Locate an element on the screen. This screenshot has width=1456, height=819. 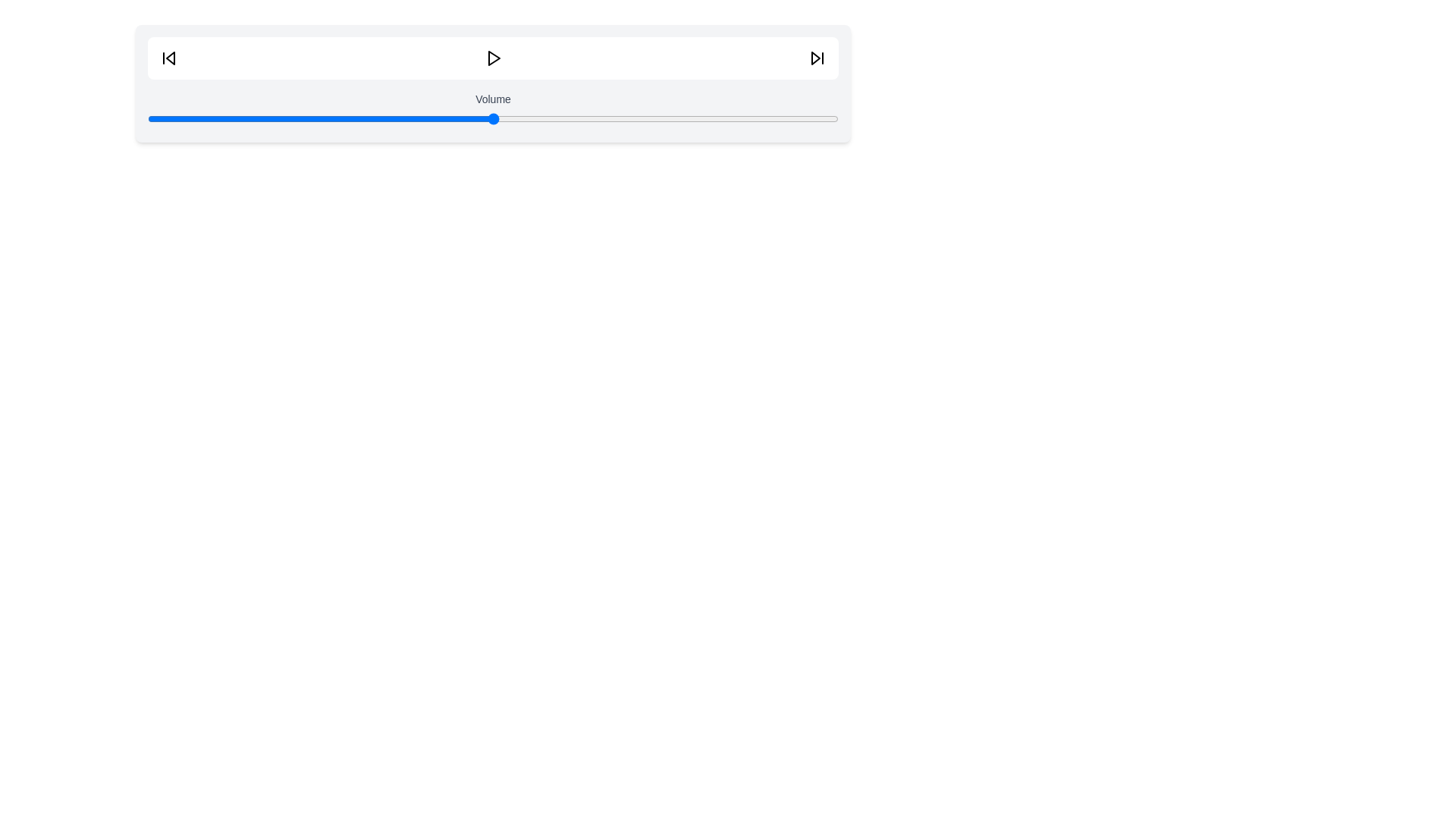
the 'Play' button located in the top panel of the application layout, which is situated to the right of a similar button is located at coordinates (493, 58).